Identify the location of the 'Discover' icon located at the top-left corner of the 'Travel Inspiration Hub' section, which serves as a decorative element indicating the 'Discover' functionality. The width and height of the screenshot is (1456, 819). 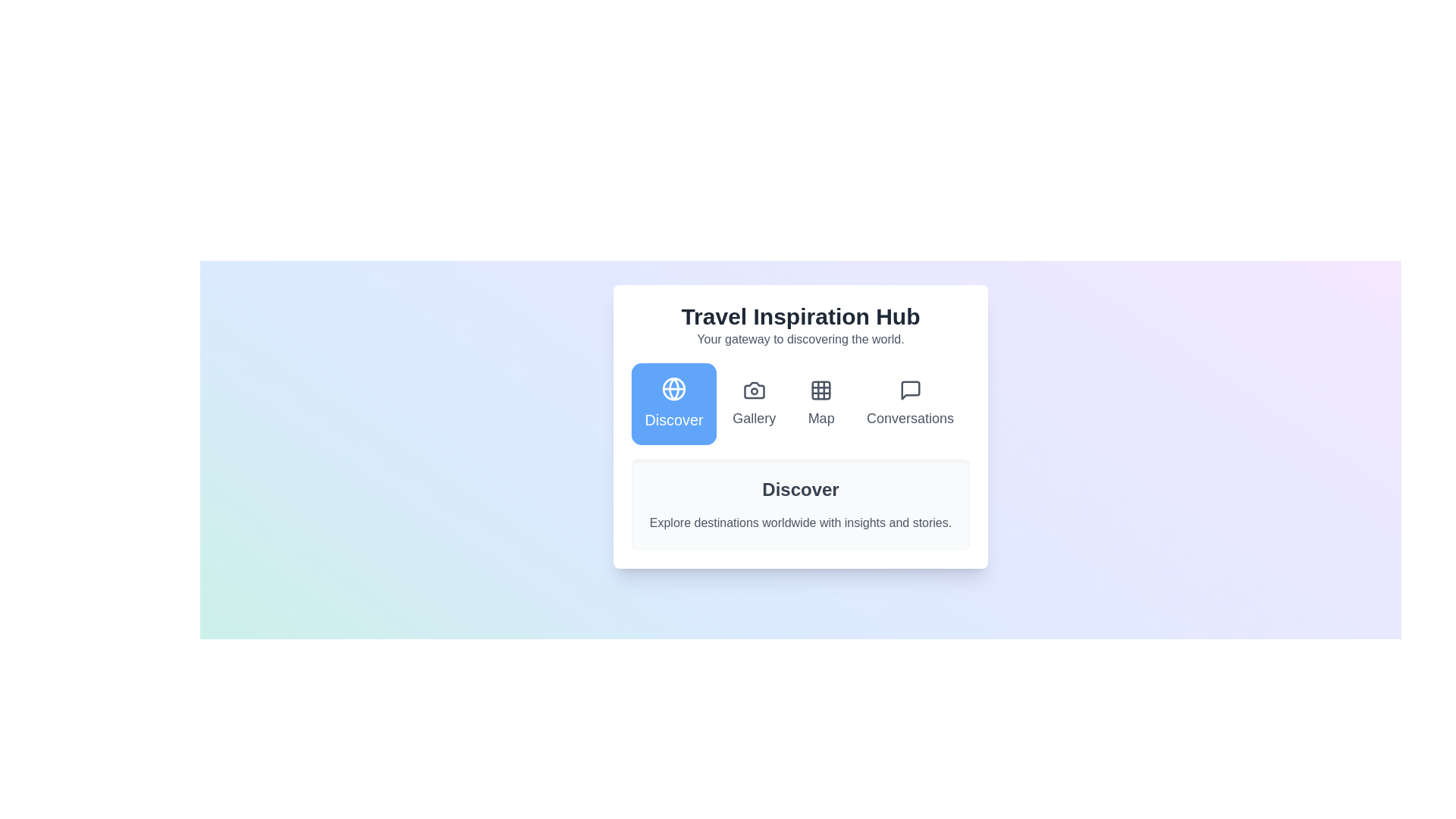
(673, 388).